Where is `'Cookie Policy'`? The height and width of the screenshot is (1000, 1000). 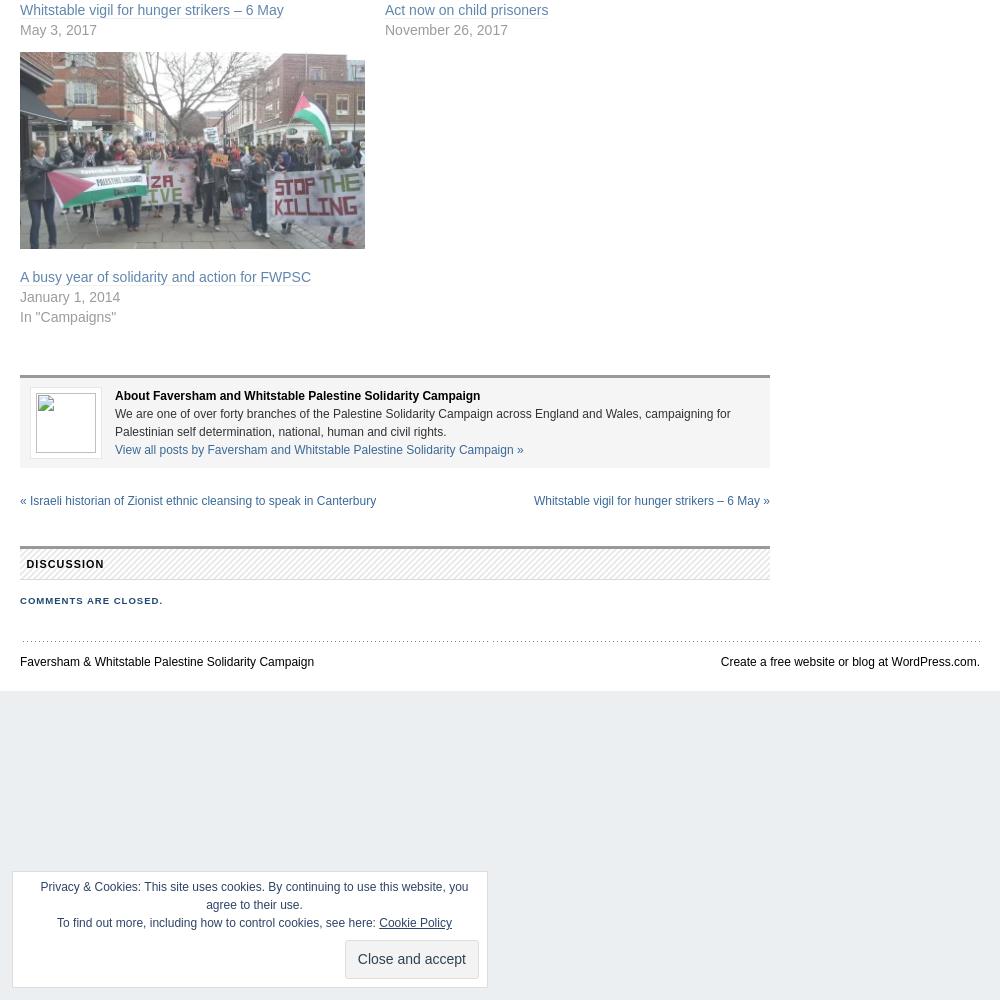 'Cookie Policy' is located at coordinates (415, 923).